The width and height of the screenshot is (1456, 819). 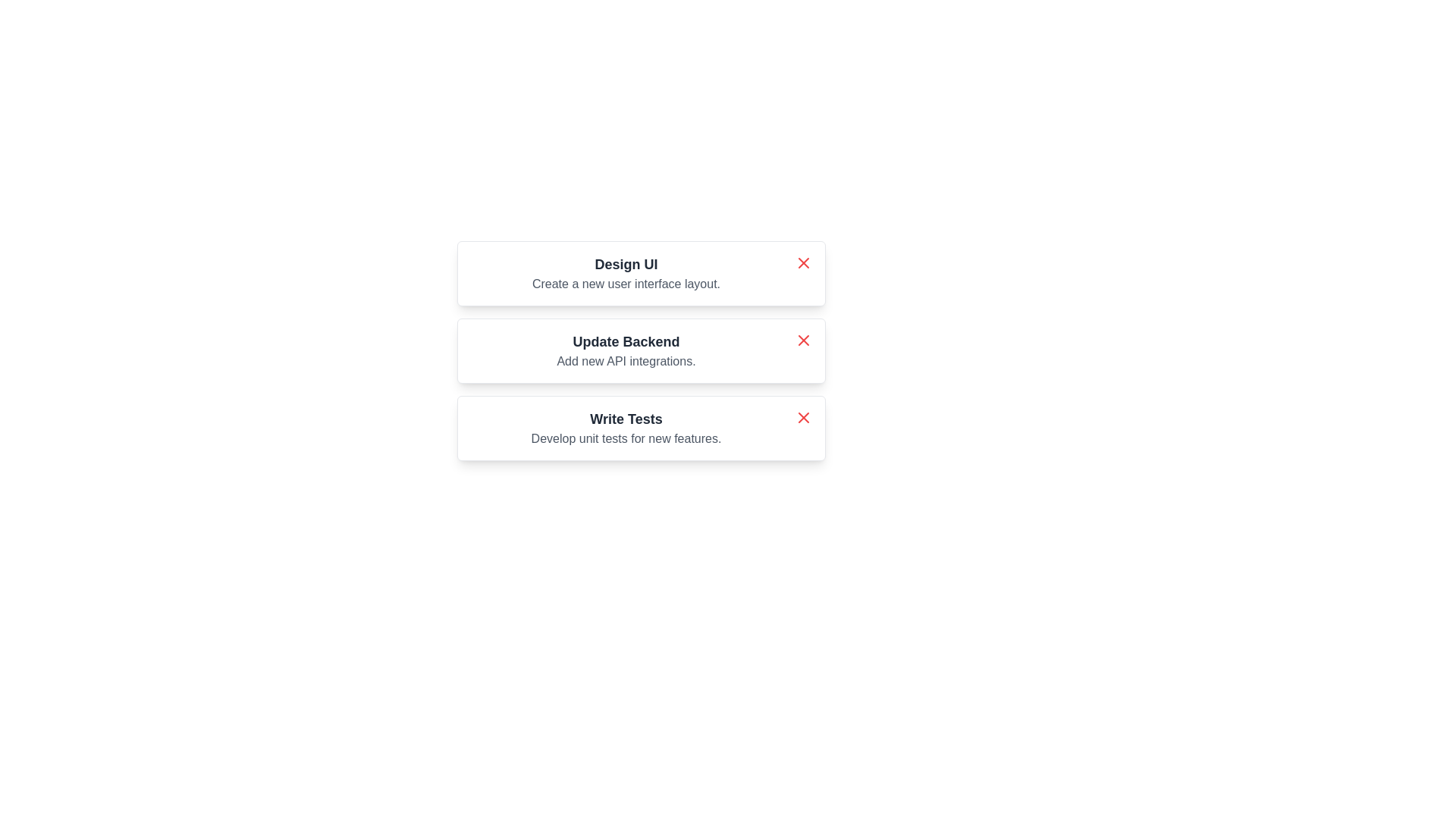 I want to click on the non-interactive text label providing context for the 'Update Backend' task, located in the second card of a vertical stack, so click(x=626, y=362).